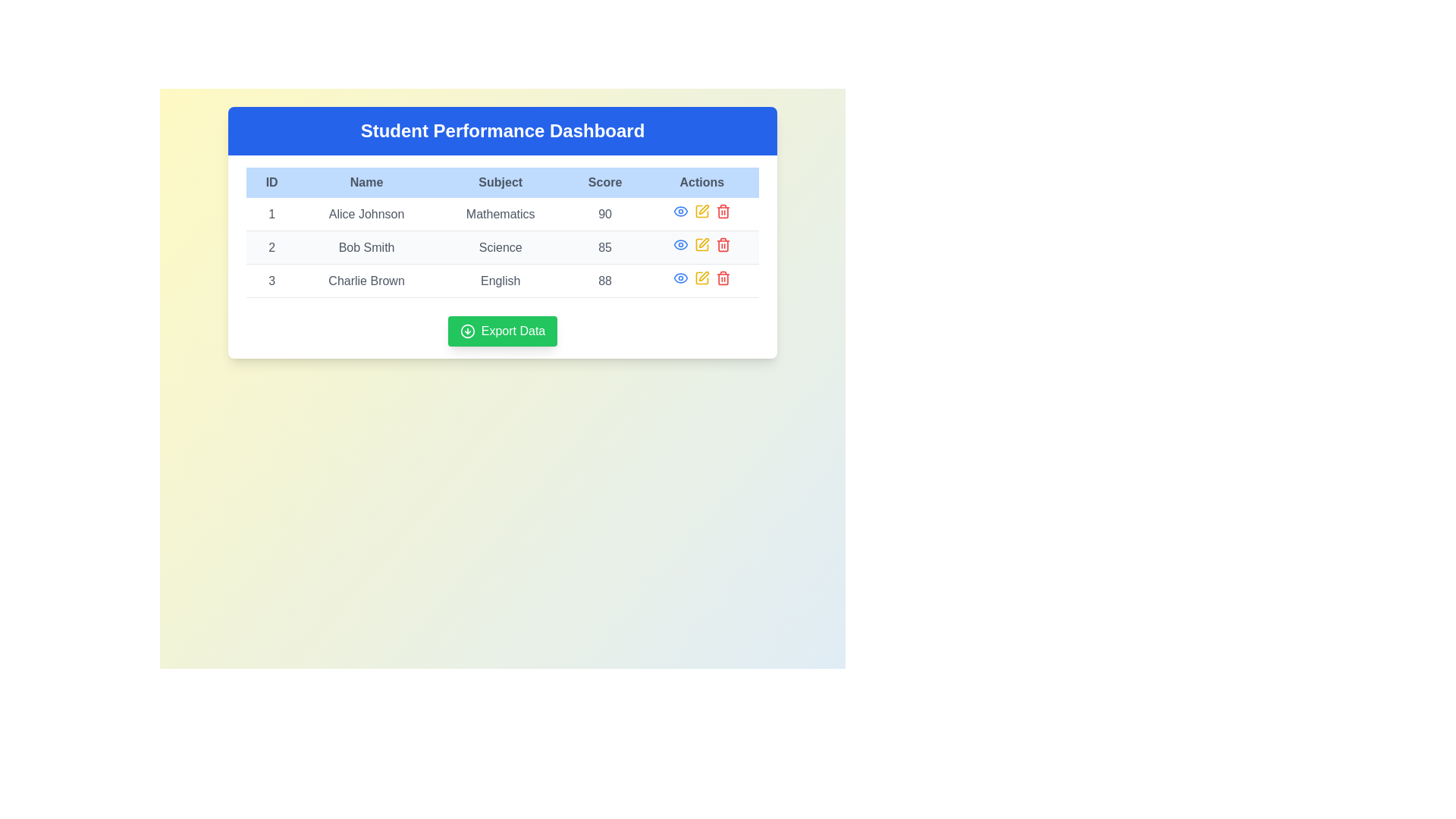  What do you see at coordinates (500, 281) in the screenshot?
I see `the Text Label displaying the subject 'English' for the student 'Charlie Brown', located in the third row under the 'Subject' column, between 'Name' and 'Score'` at bounding box center [500, 281].